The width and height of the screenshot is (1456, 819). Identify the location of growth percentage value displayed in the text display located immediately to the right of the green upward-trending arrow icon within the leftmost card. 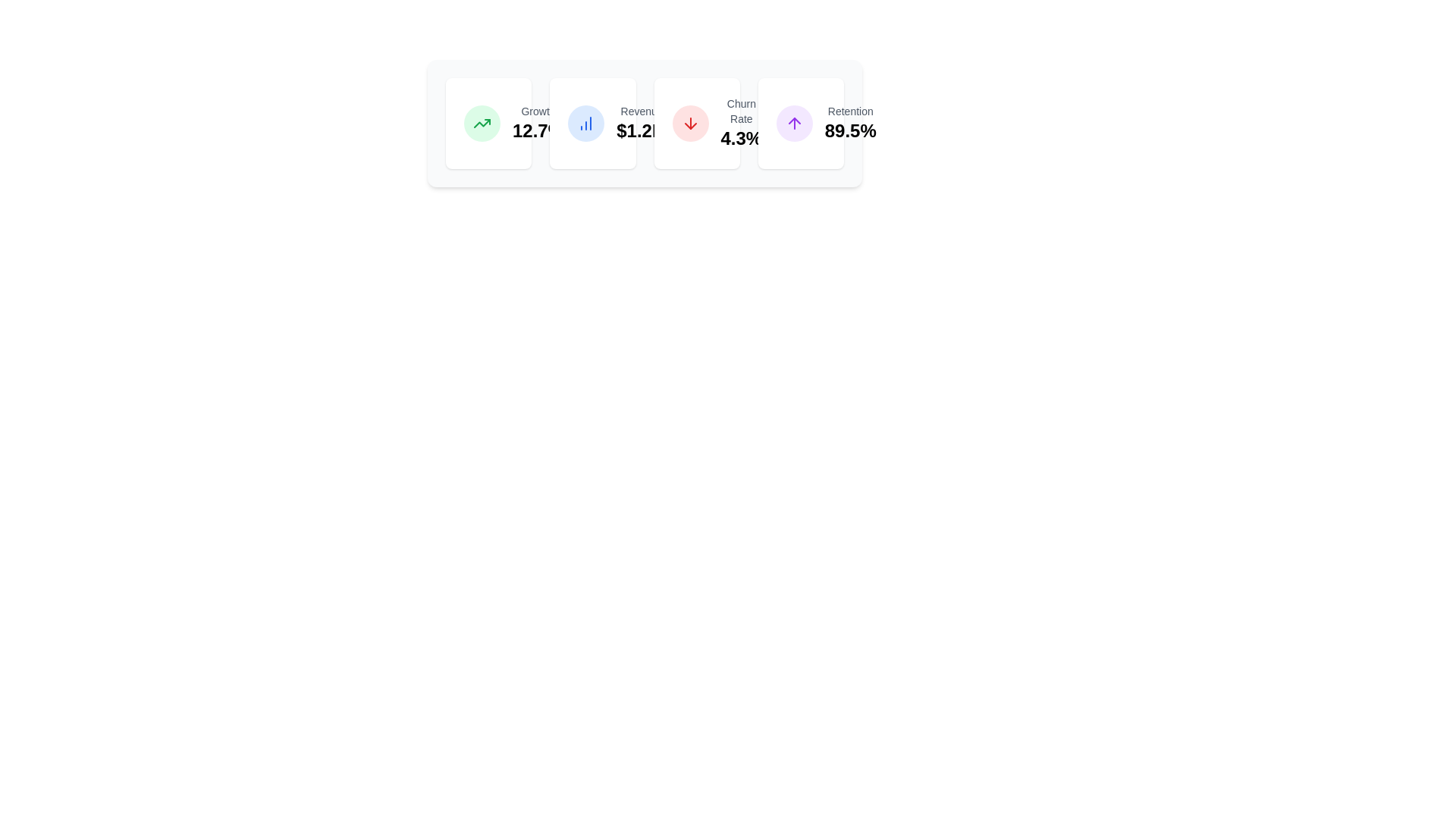
(538, 122).